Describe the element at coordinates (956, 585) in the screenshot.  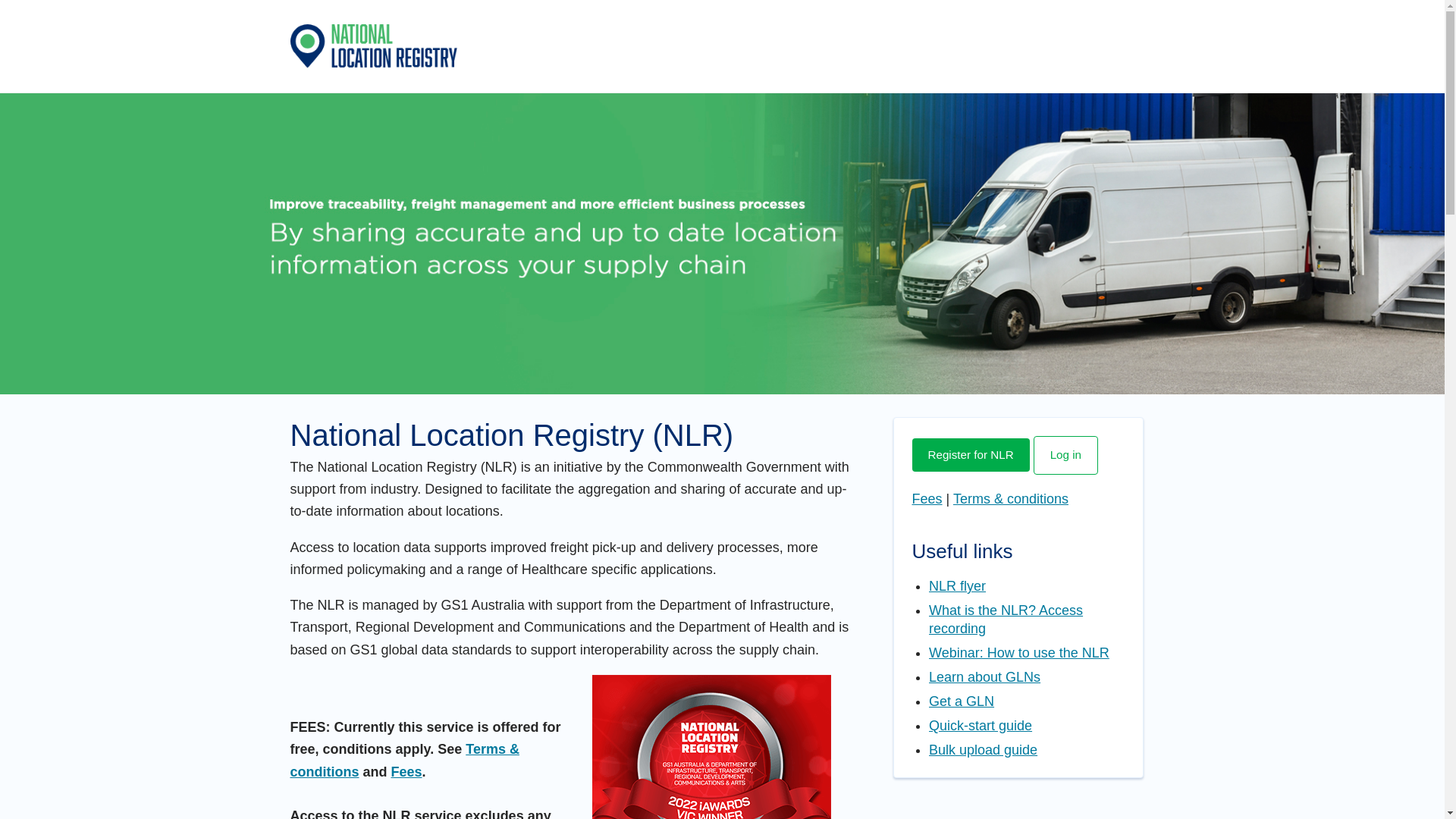
I see `'NLR flyer'` at that location.